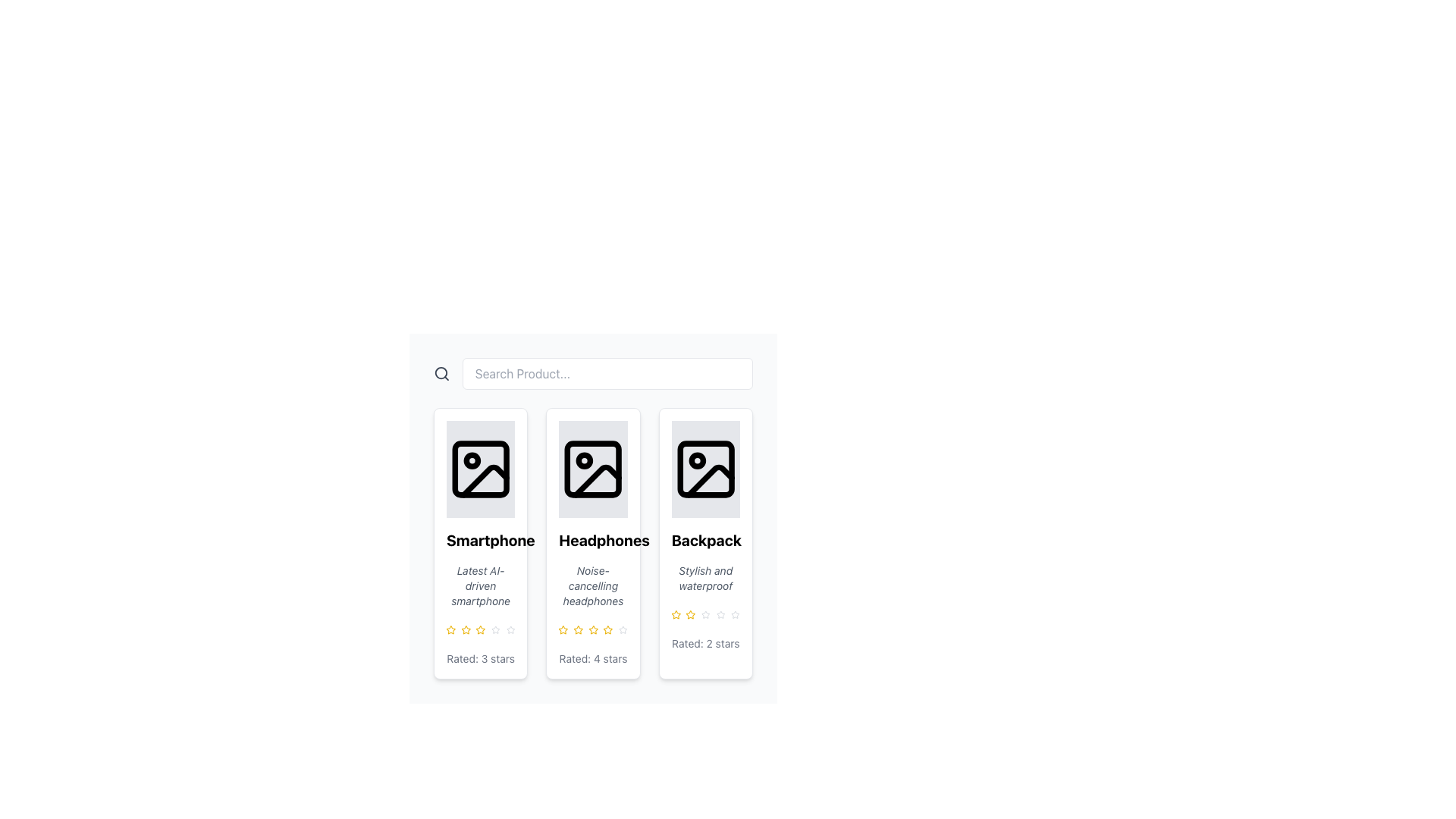 Image resolution: width=1456 pixels, height=819 pixels. What do you see at coordinates (592, 657) in the screenshot?
I see `the text label reading 'Rated: 4 stars', which is styled in a smaller, gray font and located at the bottom of the central card for 'Headphones', directly below the graphical star ratings` at bounding box center [592, 657].